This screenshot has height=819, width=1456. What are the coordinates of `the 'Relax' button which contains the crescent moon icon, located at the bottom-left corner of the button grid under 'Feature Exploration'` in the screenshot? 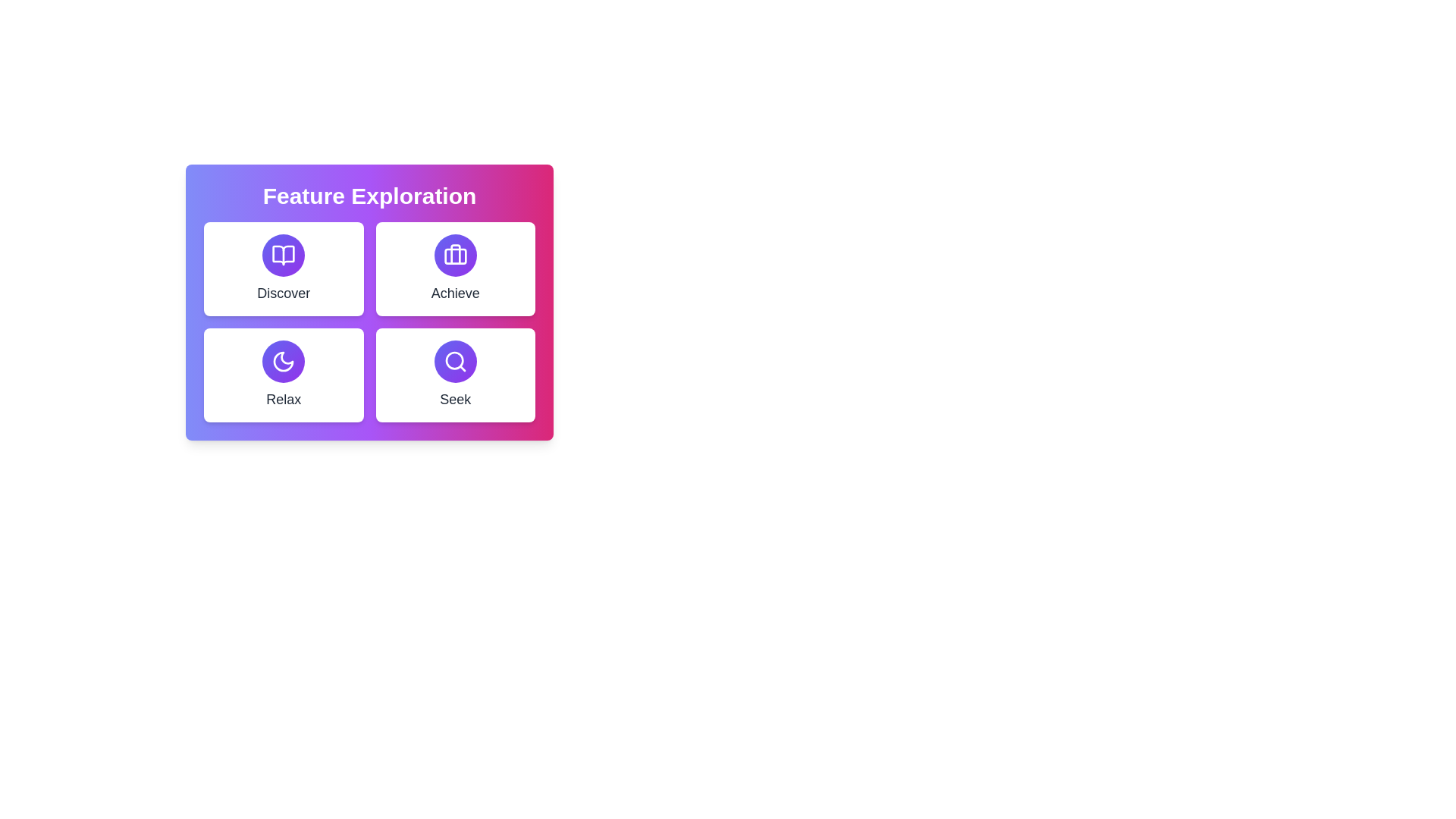 It's located at (284, 362).